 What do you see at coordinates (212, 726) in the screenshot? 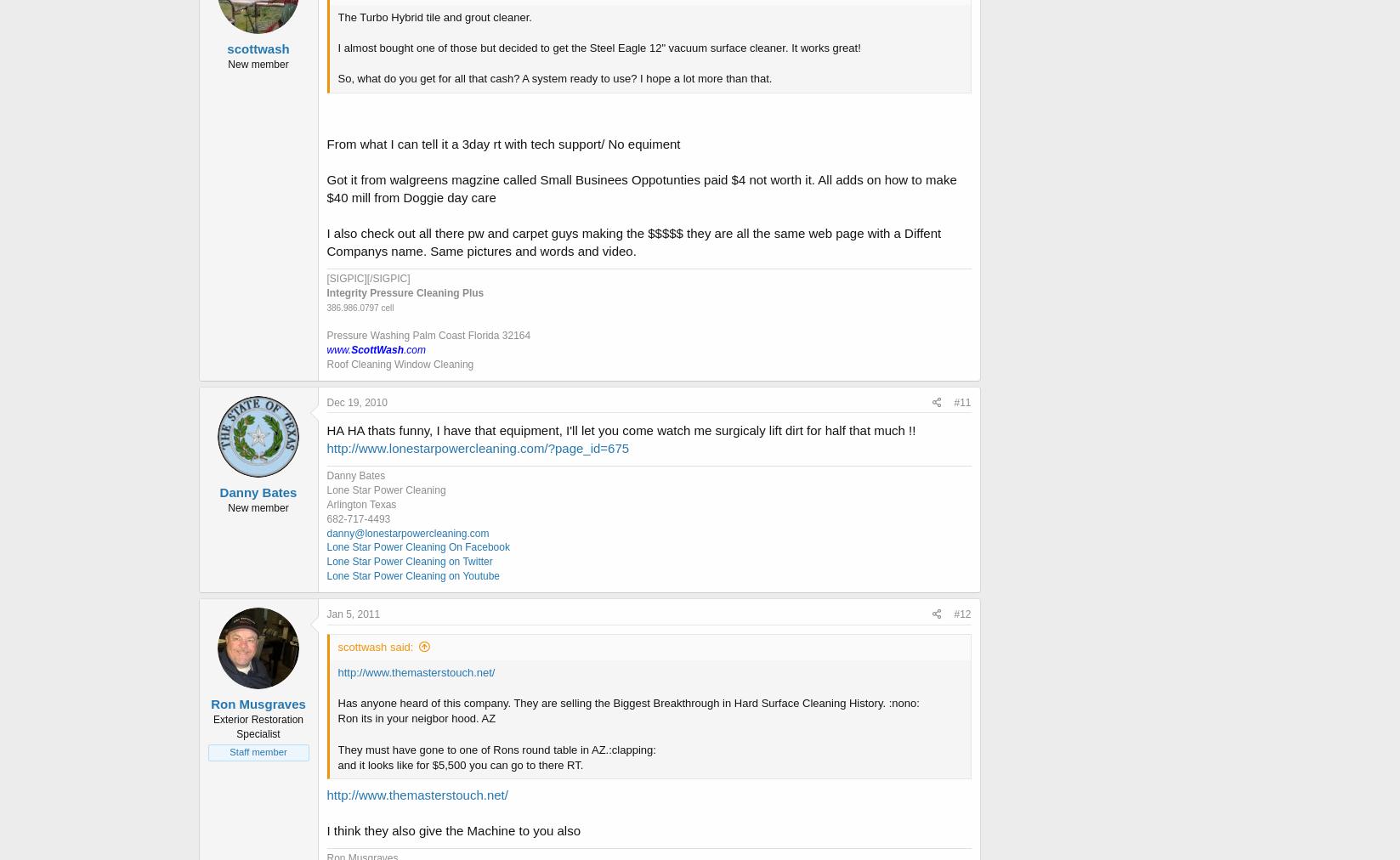
I see `'Exterior Restoration Specialist'` at bounding box center [212, 726].